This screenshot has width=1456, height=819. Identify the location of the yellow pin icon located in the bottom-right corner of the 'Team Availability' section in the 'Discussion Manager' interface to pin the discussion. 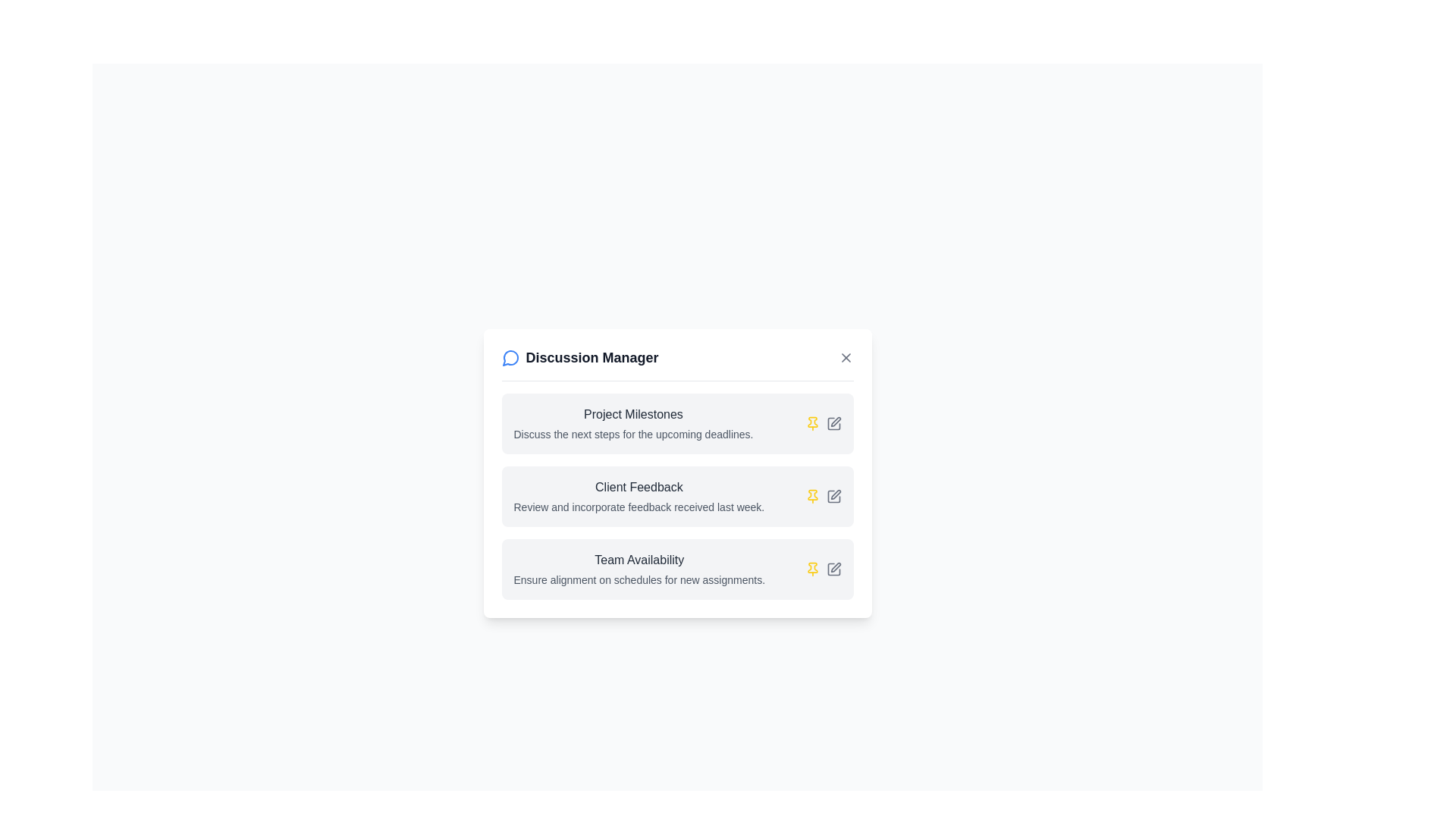
(822, 569).